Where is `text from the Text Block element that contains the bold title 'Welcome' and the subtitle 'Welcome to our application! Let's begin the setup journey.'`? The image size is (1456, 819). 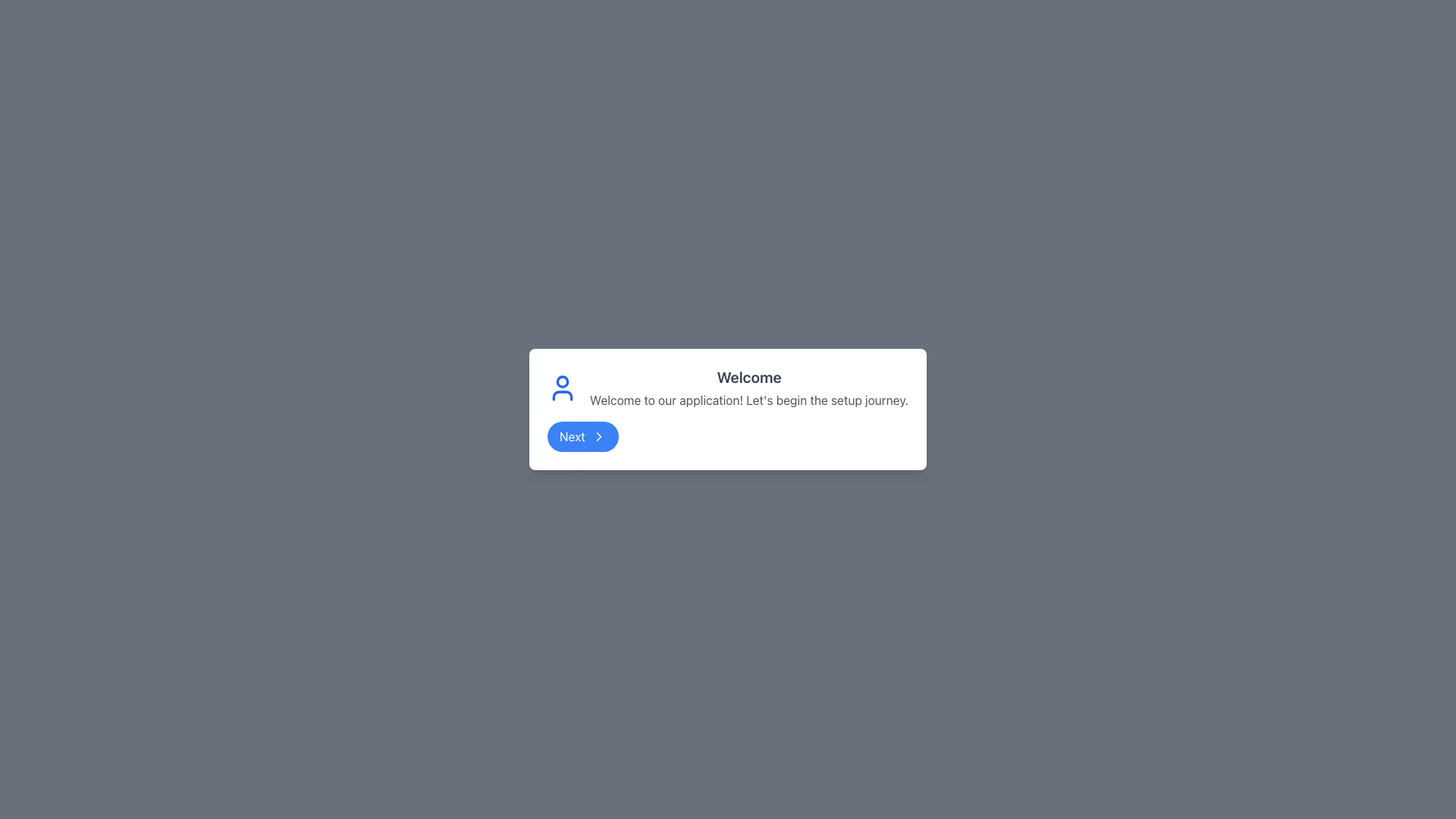
text from the Text Block element that contains the bold title 'Welcome' and the subtitle 'Welcome to our application! Let's begin the setup journey.' is located at coordinates (749, 388).